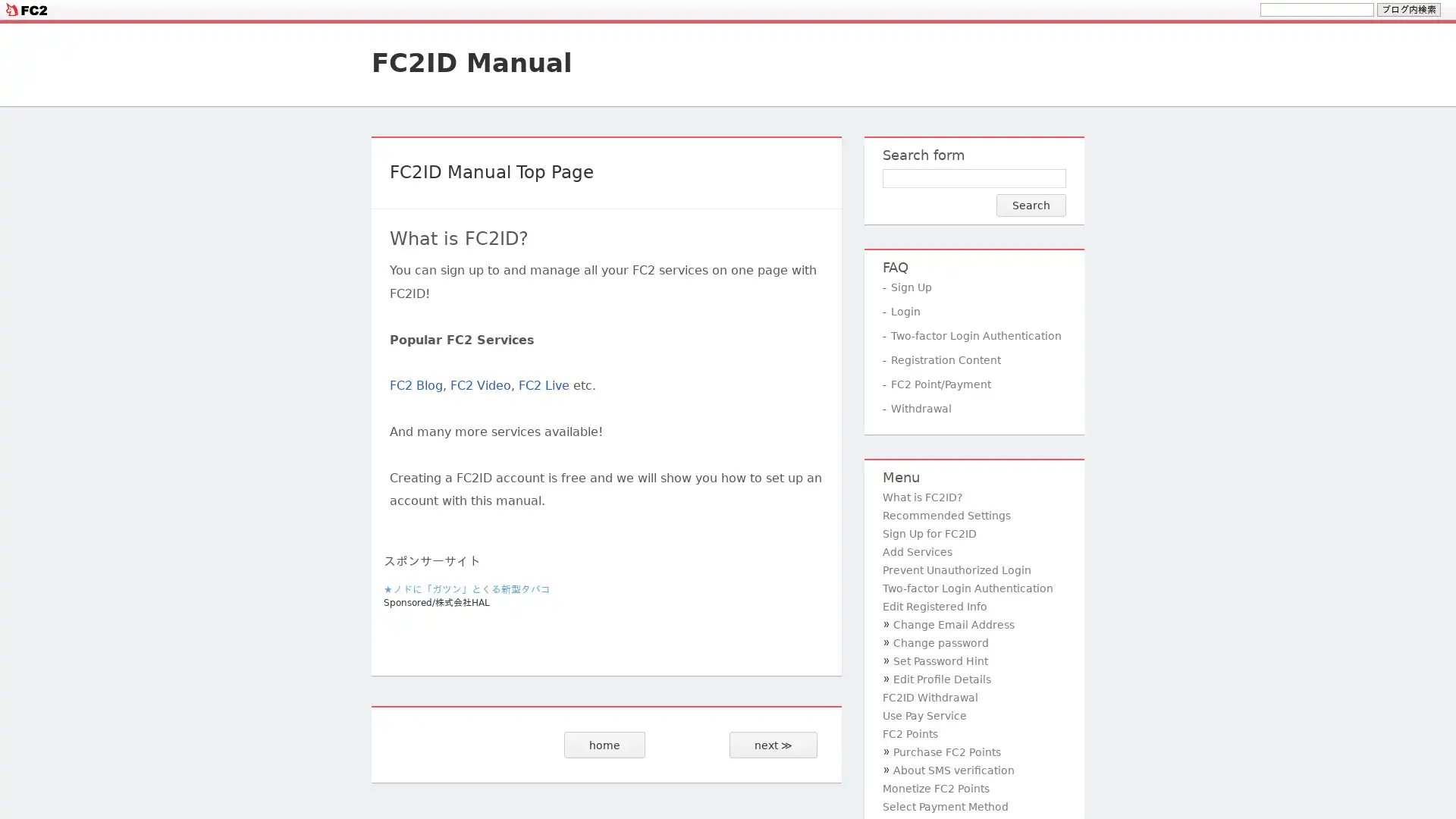 The image size is (1456, 819). What do you see at coordinates (1031, 205) in the screenshot?
I see `Search` at bounding box center [1031, 205].